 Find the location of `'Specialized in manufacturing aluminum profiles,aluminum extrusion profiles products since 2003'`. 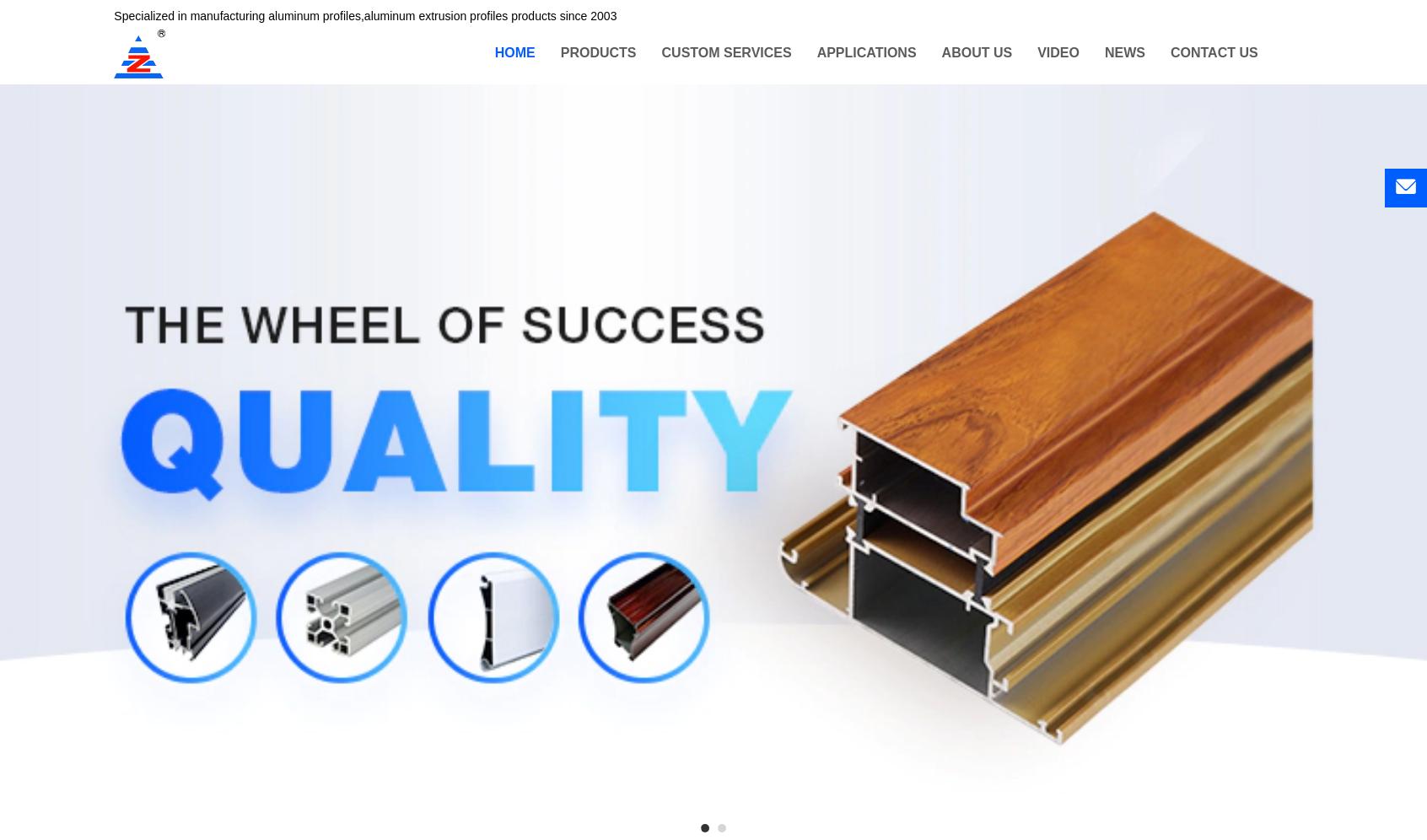

'Specialized in manufacturing aluminum profiles,aluminum extrusion profiles products since 2003' is located at coordinates (363, 17).